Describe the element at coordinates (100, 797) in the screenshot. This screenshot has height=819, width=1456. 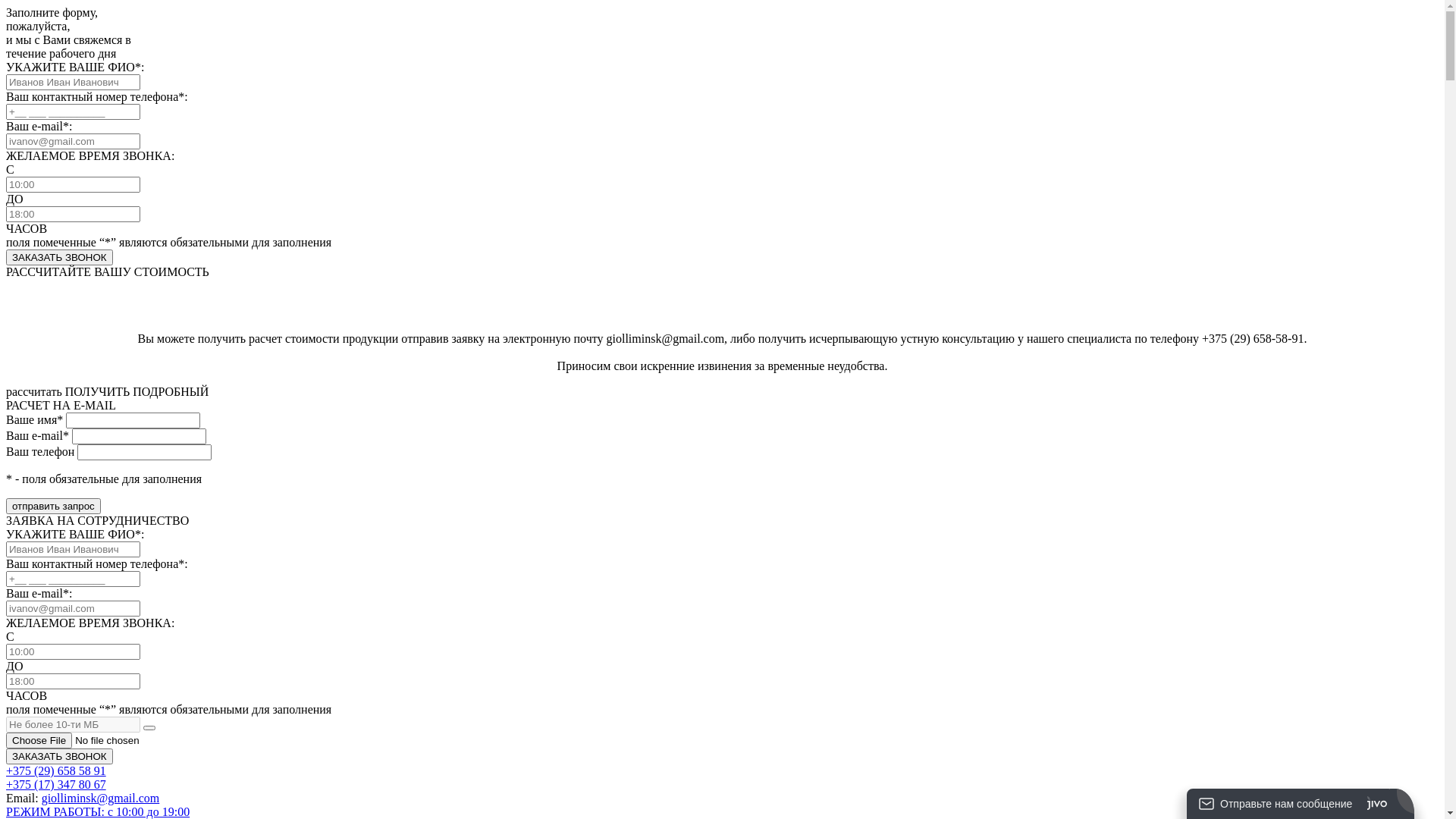
I see `'giolliminsk@gmail.com'` at that location.